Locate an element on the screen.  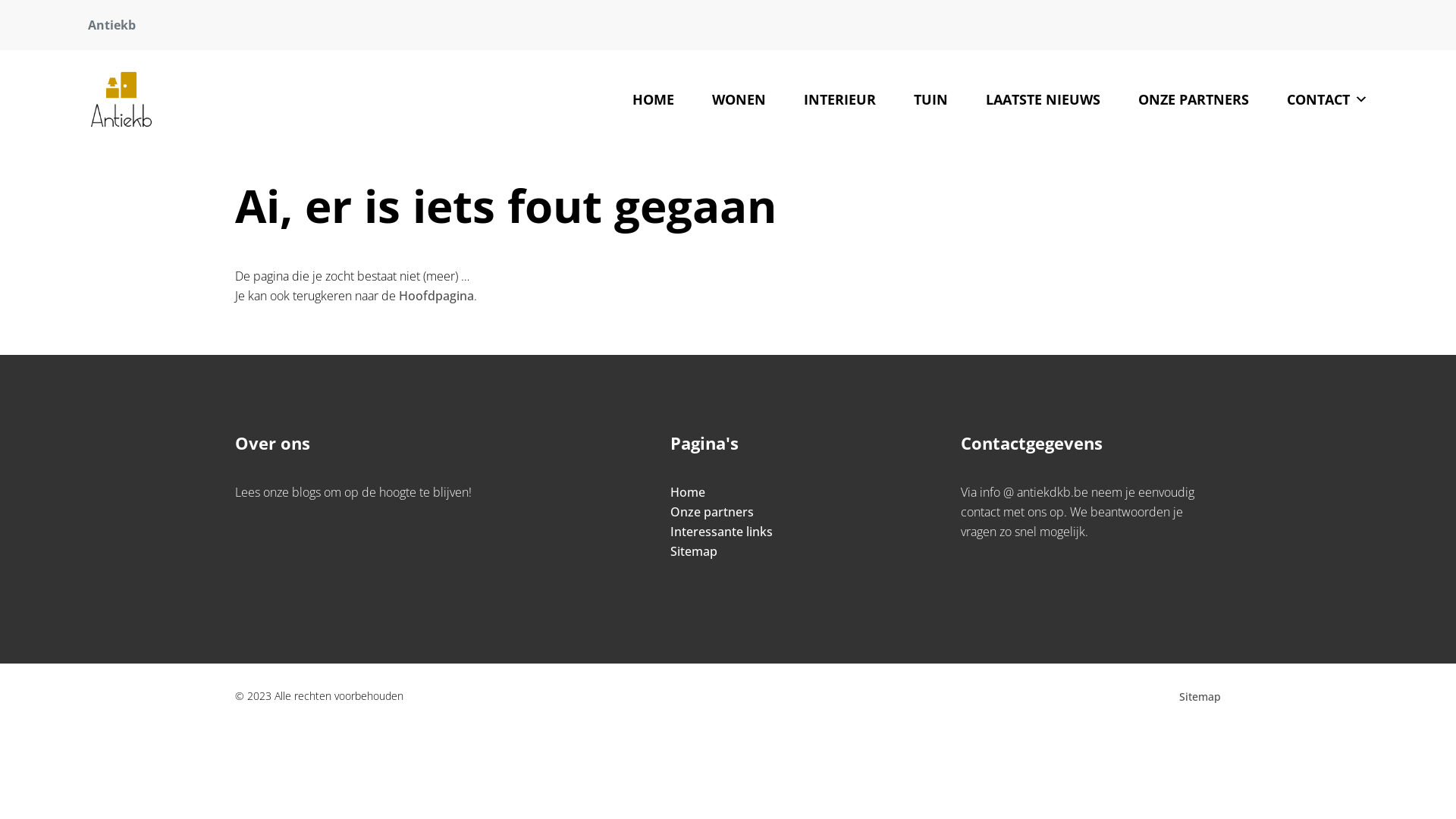
'TUIN' is located at coordinates (930, 99).